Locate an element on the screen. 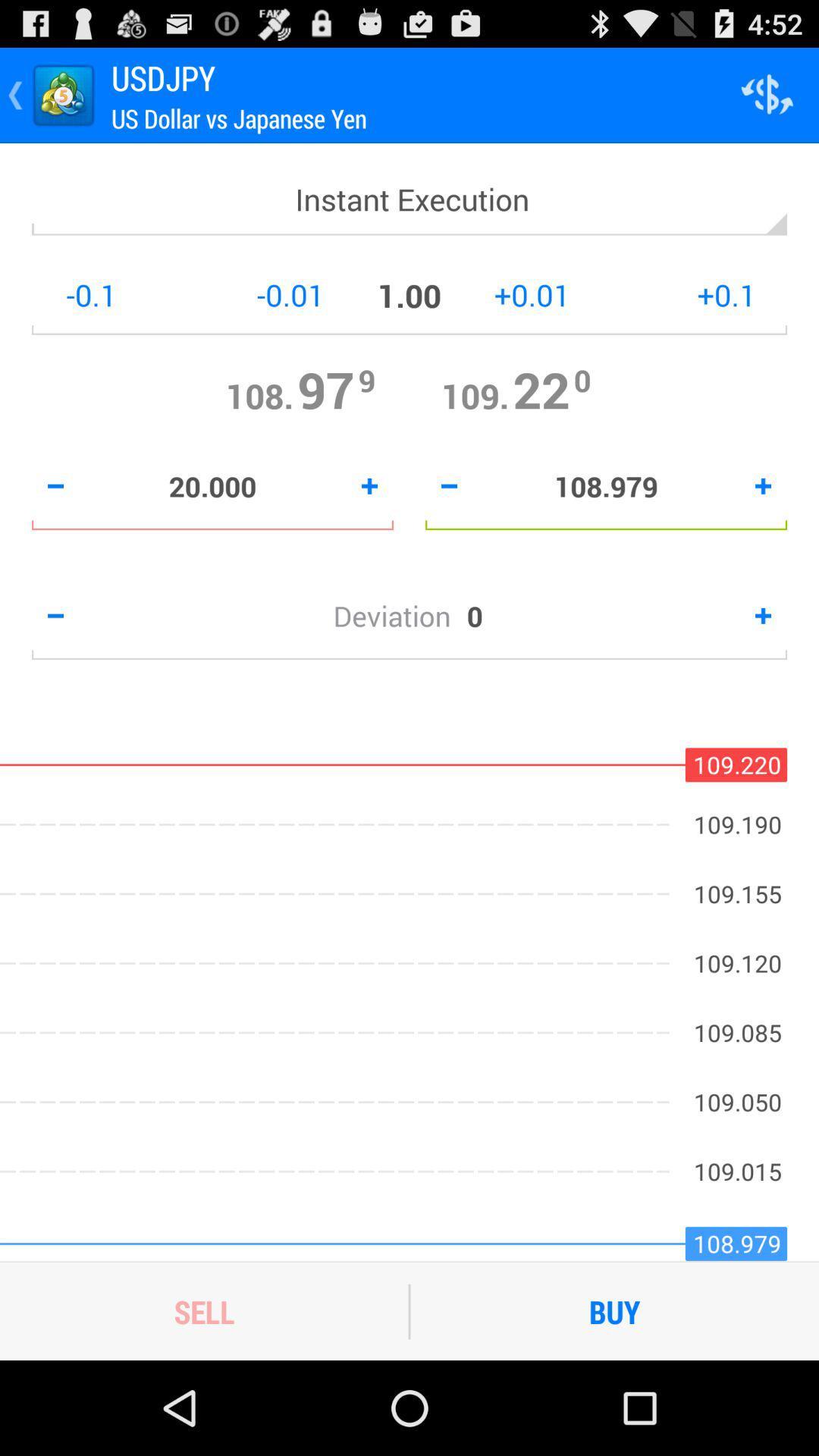  108.979 icon is located at coordinates (605, 486).